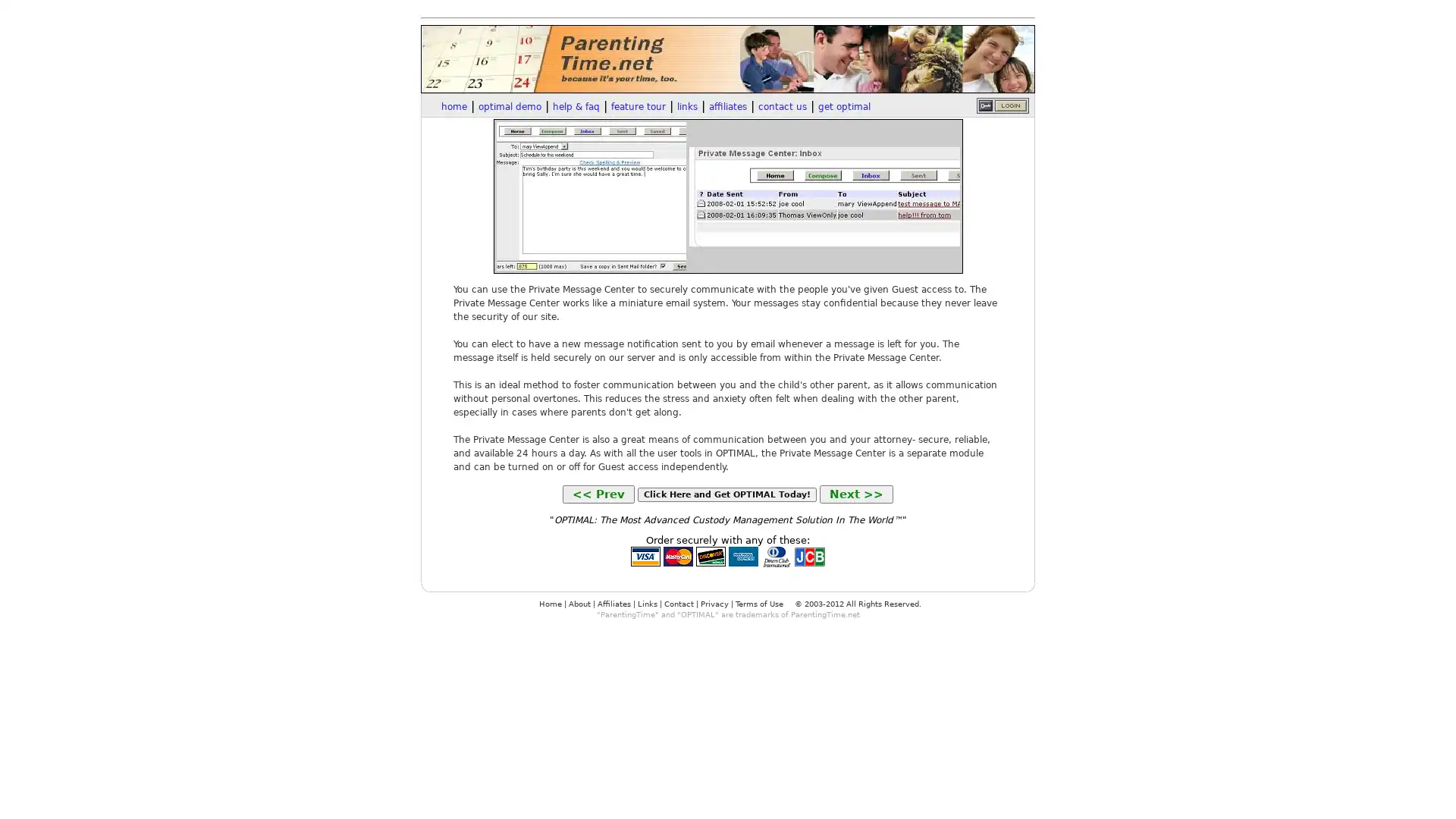 The image size is (1456, 819). I want to click on << Prev, so click(598, 494).